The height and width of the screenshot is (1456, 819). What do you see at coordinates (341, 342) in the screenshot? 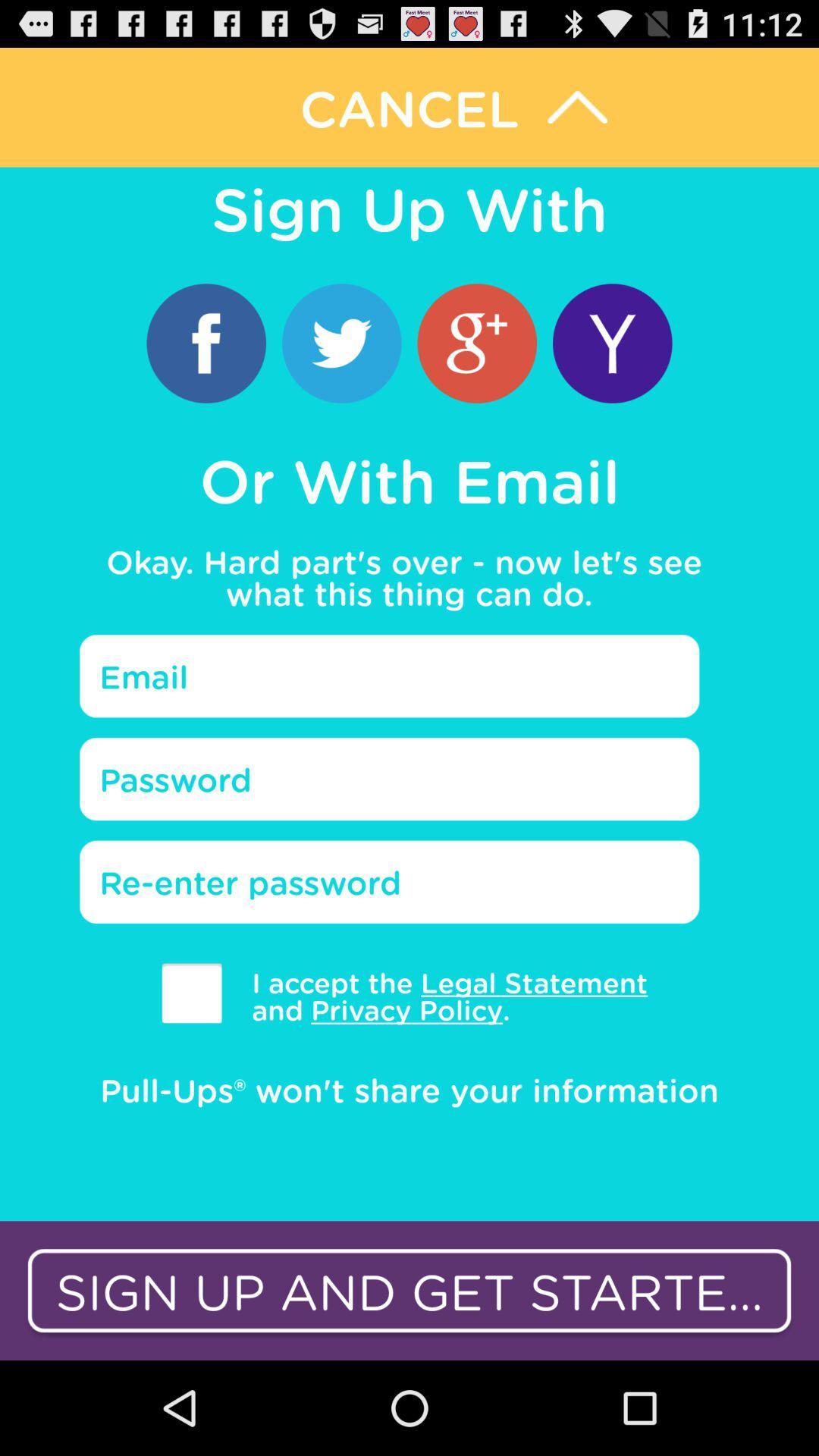
I see `app above or with email app` at bounding box center [341, 342].